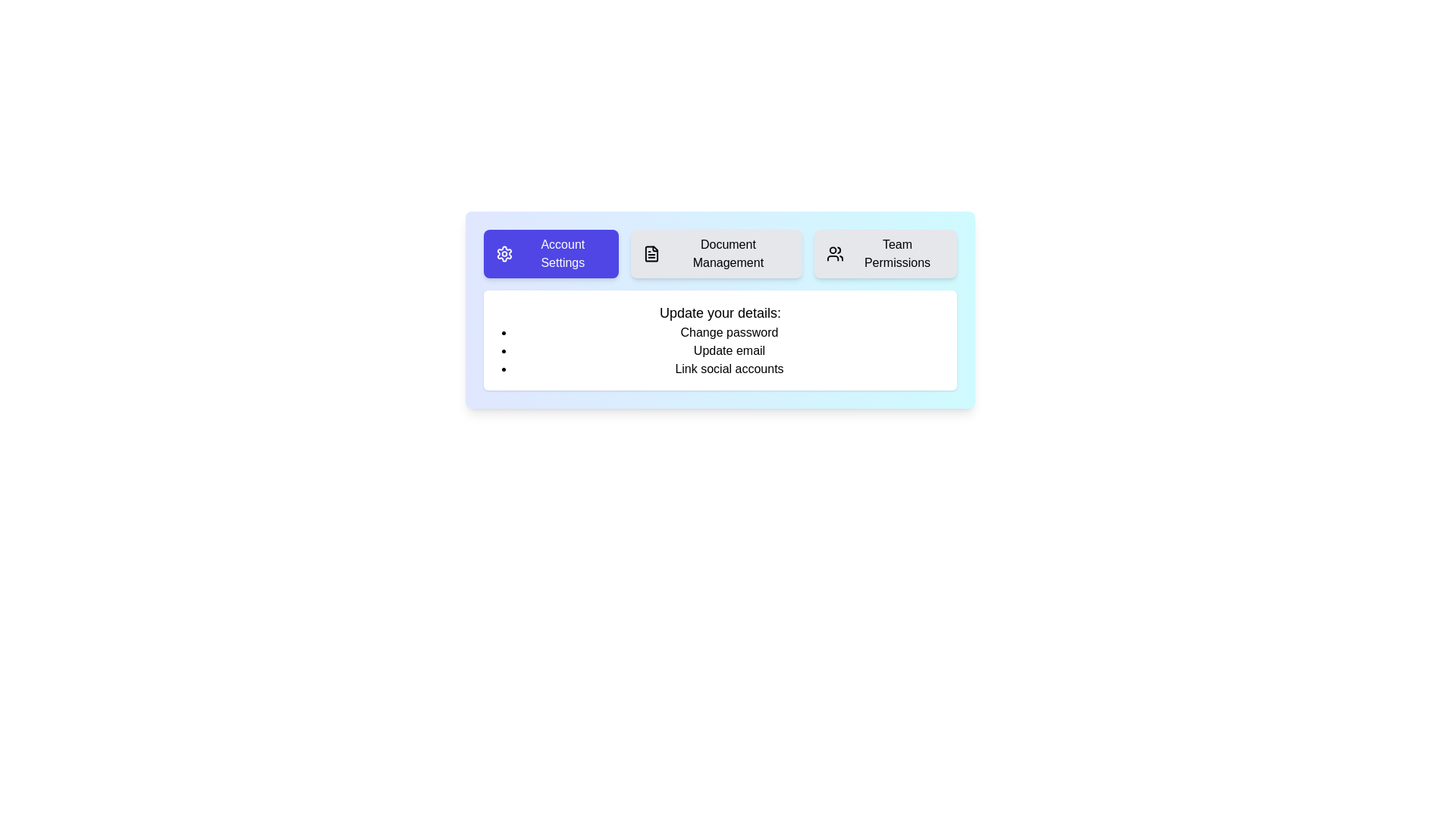 Image resolution: width=1456 pixels, height=819 pixels. I want to click on the text label that reads 'Update email', which is the second item in a bulleted list located in the 'Account Settings' panel, so click(729, 350).